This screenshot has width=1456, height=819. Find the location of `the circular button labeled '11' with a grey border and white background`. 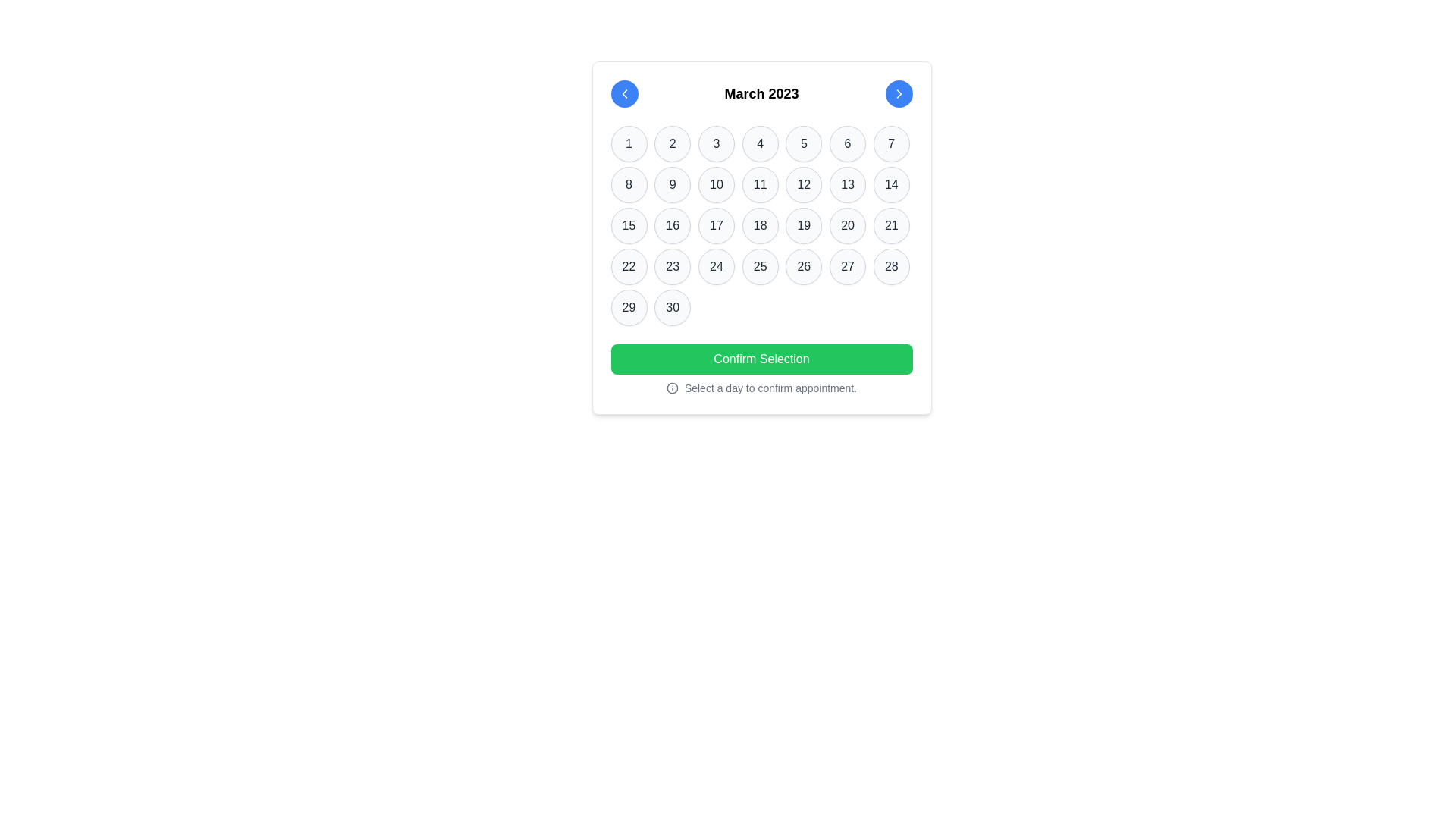

the circular button labeled '11' with a grey border and white background is located at coordinates (760, 184).